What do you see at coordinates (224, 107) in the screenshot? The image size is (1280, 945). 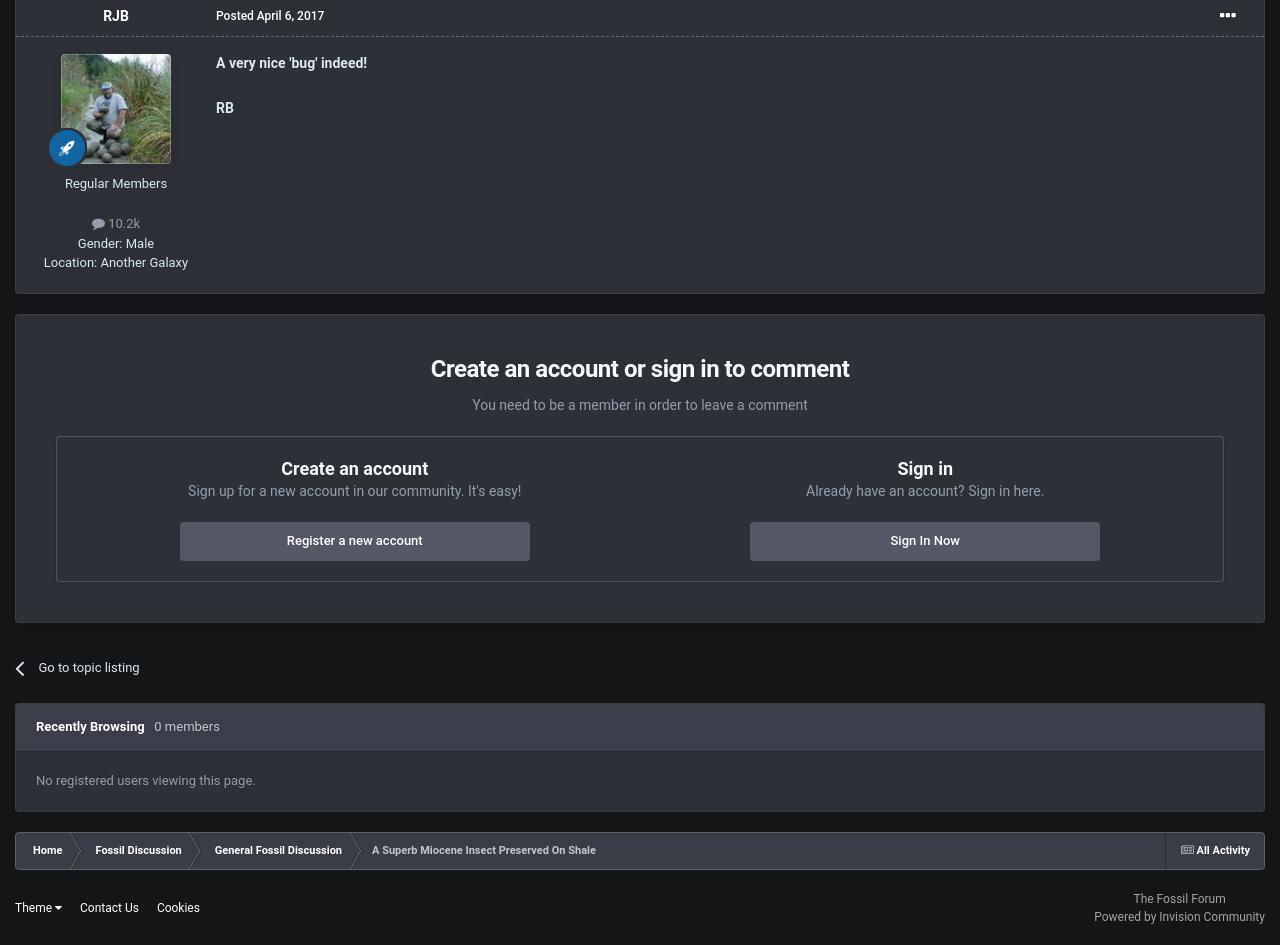 I see `'RB'` at bounding box center [224, 107].